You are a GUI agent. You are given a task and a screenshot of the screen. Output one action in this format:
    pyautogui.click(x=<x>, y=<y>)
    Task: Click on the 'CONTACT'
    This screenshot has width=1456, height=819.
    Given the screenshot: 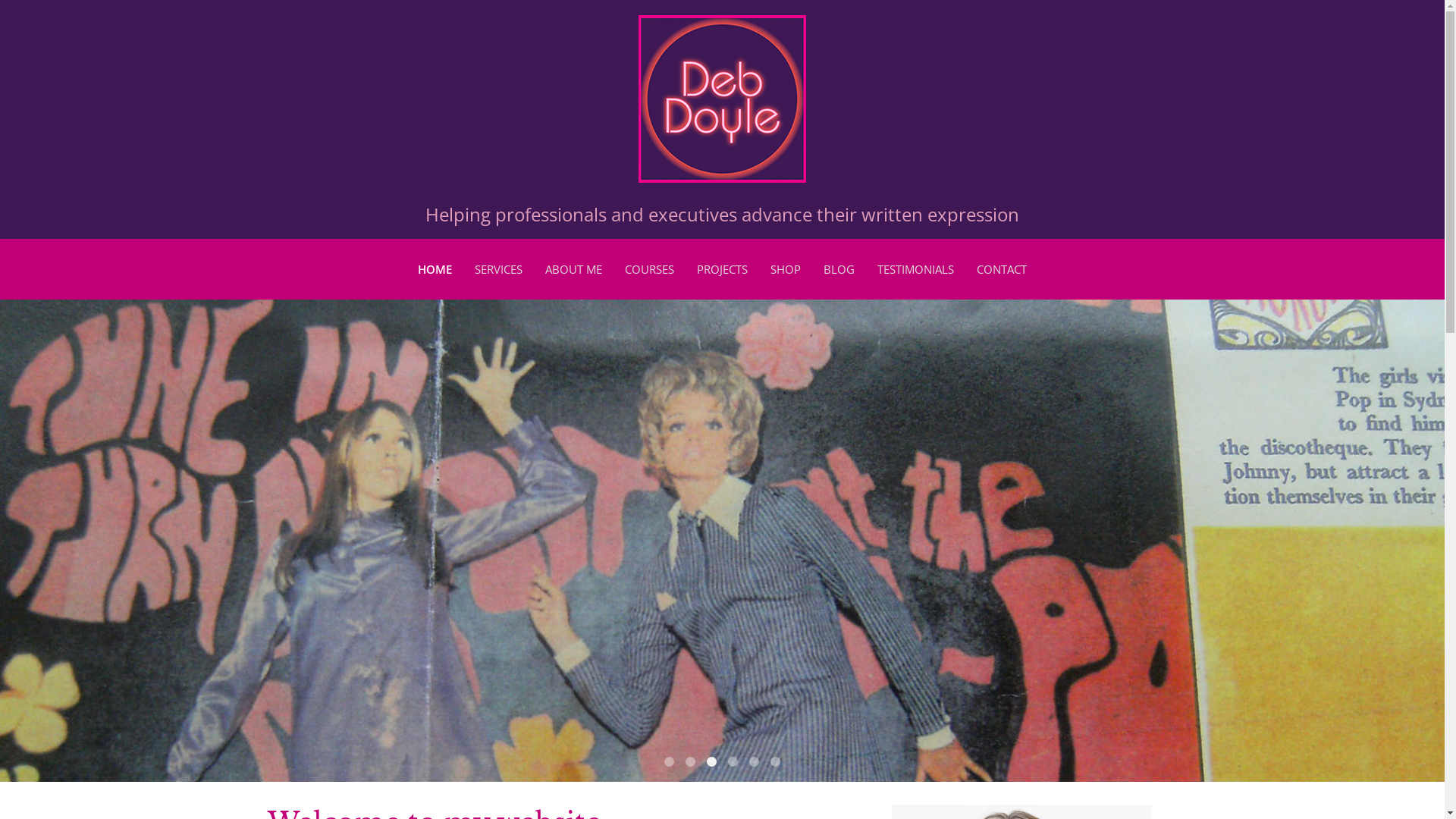 What is the action you would take?
    pyautogui.click(x=976, y=268)
    